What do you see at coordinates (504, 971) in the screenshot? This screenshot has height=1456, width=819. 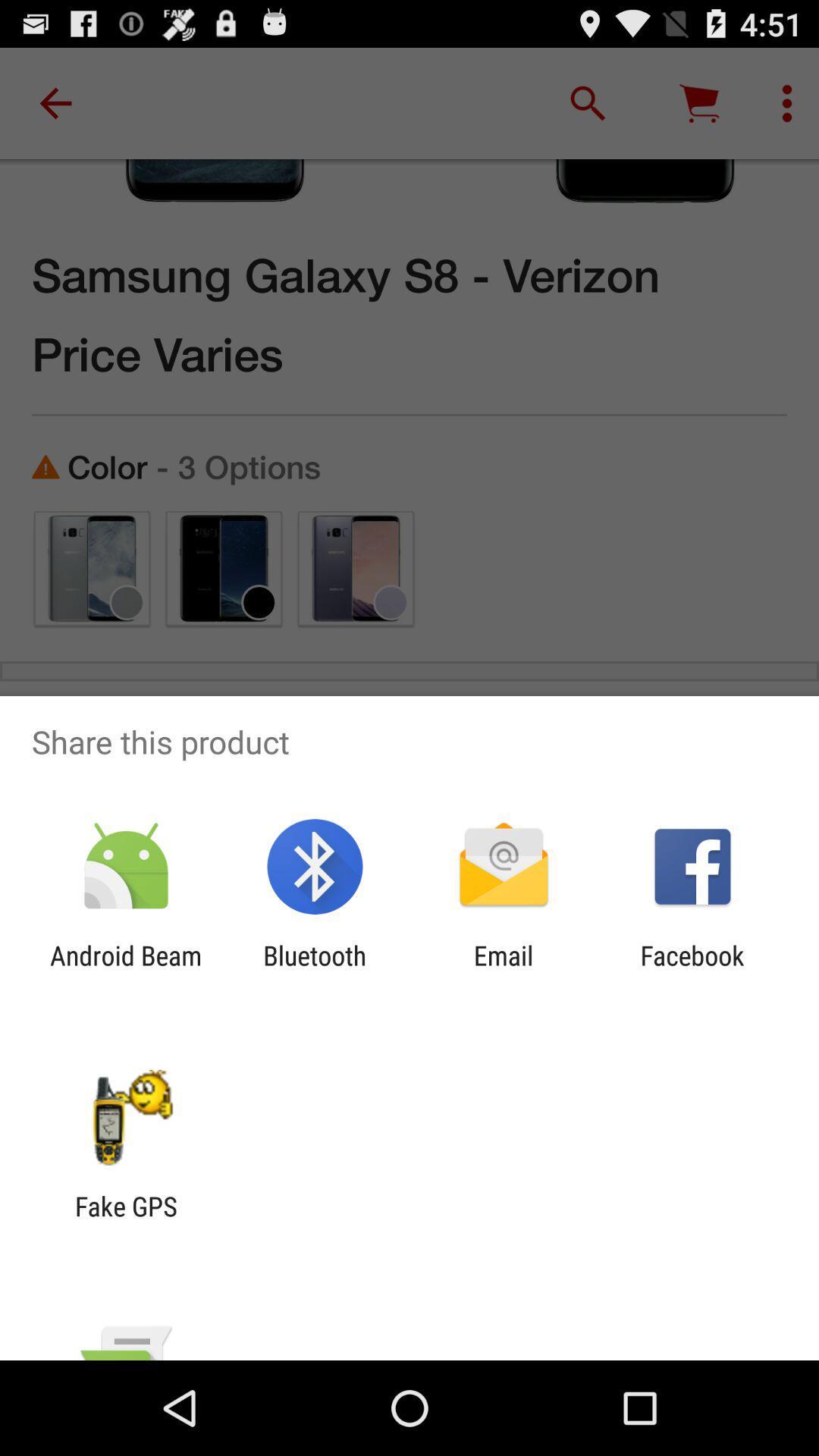 I see `icon to the left of the facebook` at bounding box center [504, 971].